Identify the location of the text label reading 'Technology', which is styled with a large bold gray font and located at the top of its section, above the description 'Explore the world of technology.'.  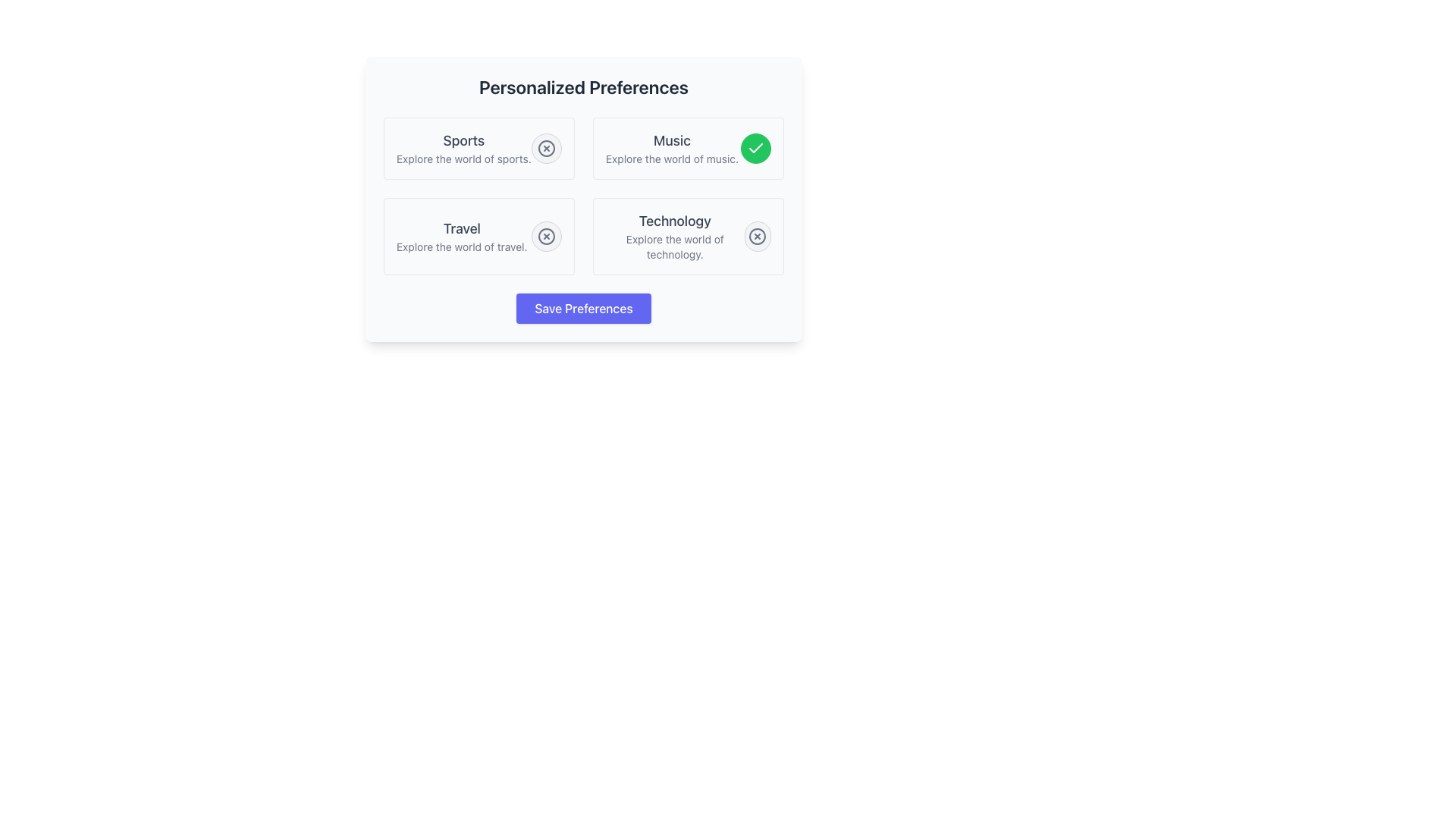
(674, 221).